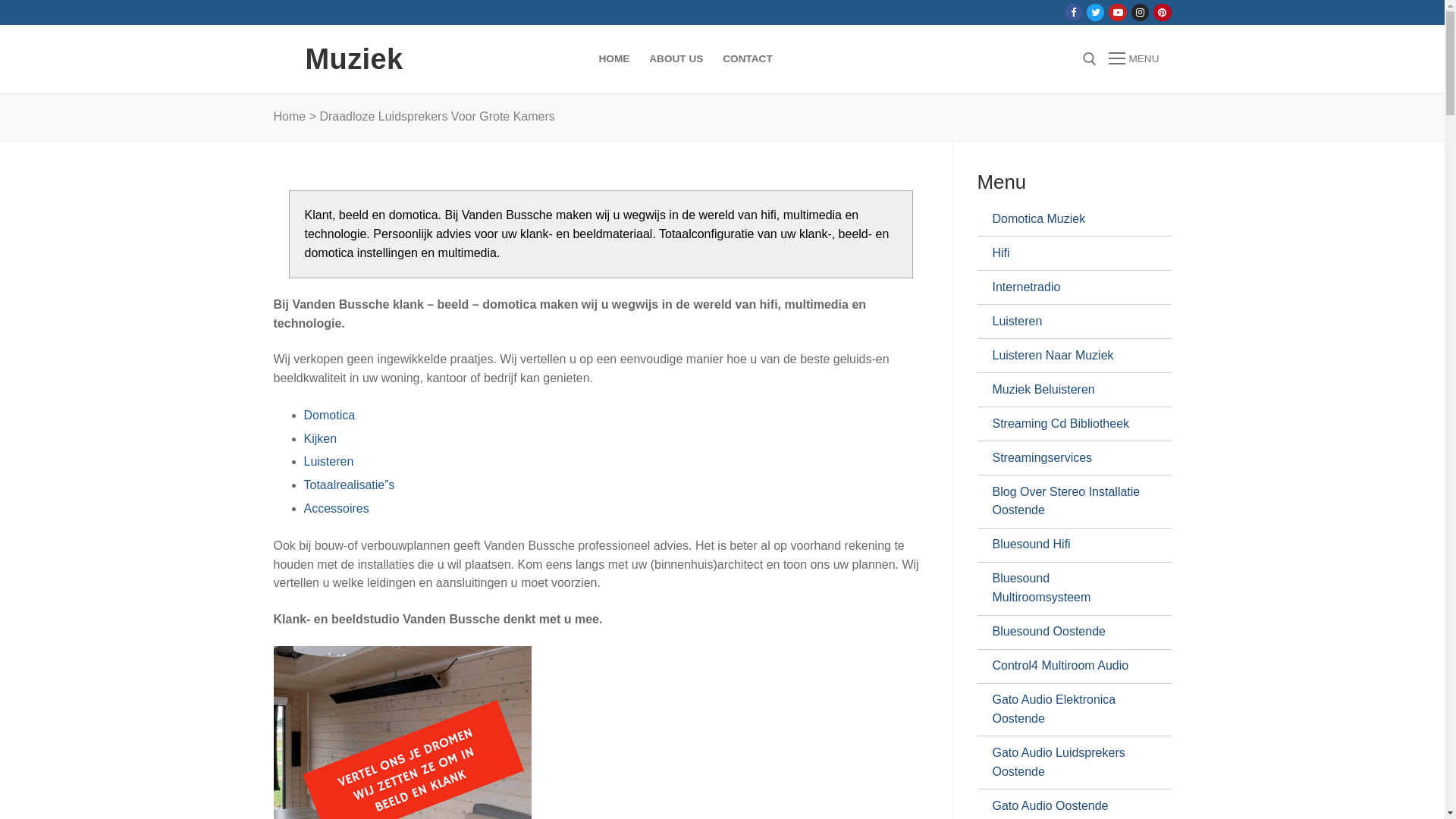 This screenshot has height=819, width=1456. Describe the element at coordinates (1133, 58) in the screenshot. I see `'MENU'` at that location.